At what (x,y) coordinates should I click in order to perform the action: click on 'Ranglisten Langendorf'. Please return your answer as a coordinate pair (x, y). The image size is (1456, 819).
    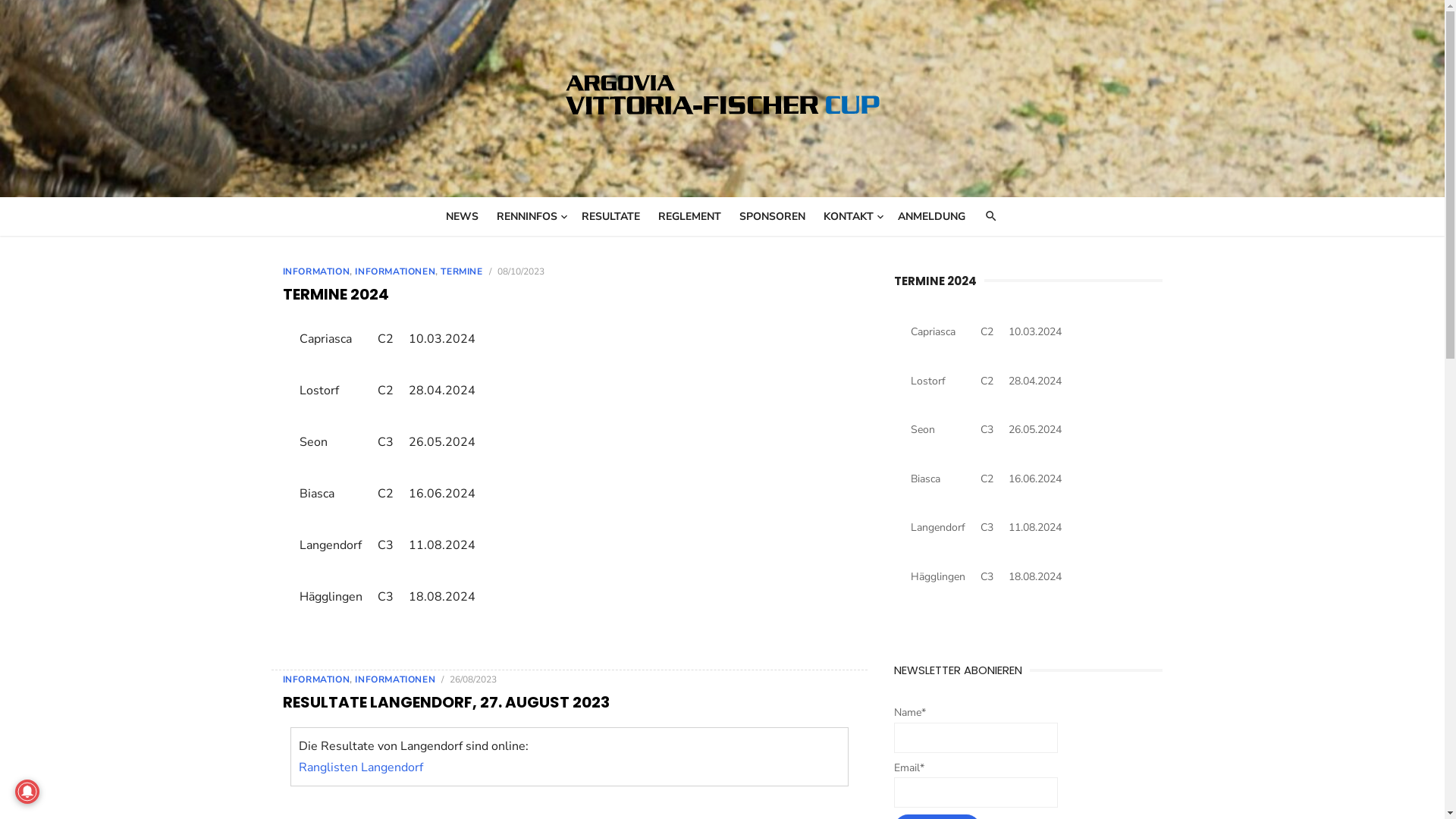
    Looking at the image, I should click on (359, 766).